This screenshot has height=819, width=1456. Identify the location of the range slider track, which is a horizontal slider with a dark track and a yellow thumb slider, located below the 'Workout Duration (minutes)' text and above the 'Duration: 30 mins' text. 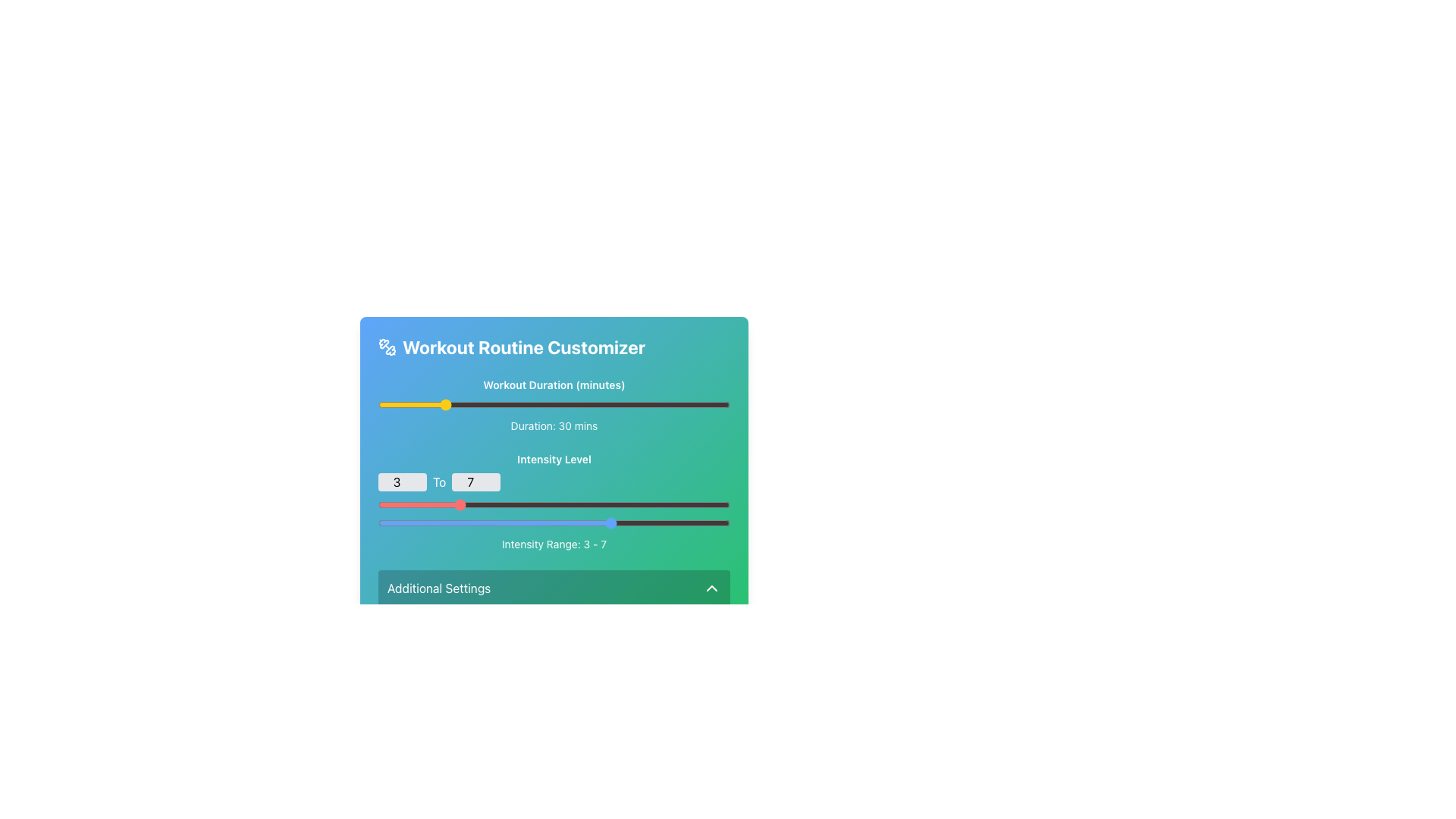
(553, 403).